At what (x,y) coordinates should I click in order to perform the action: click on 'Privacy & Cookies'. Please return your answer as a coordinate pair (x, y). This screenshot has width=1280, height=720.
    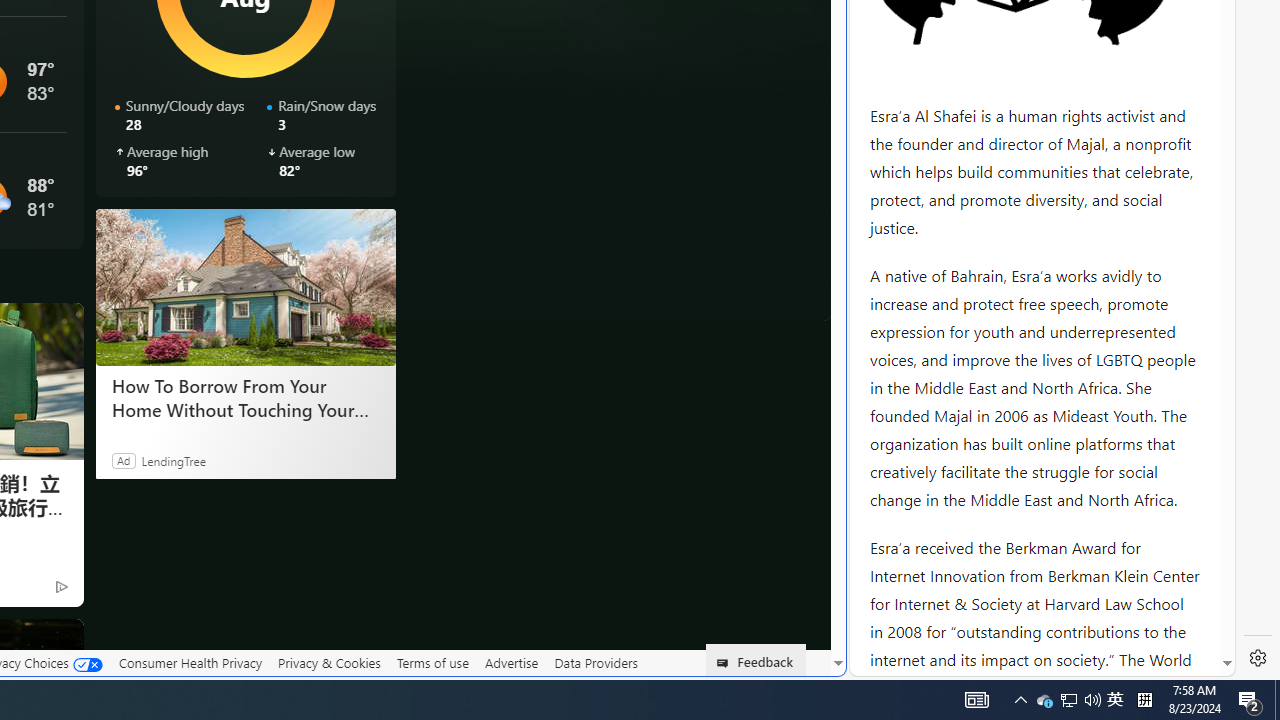
    Looking at the image, I should click on (329, 662).